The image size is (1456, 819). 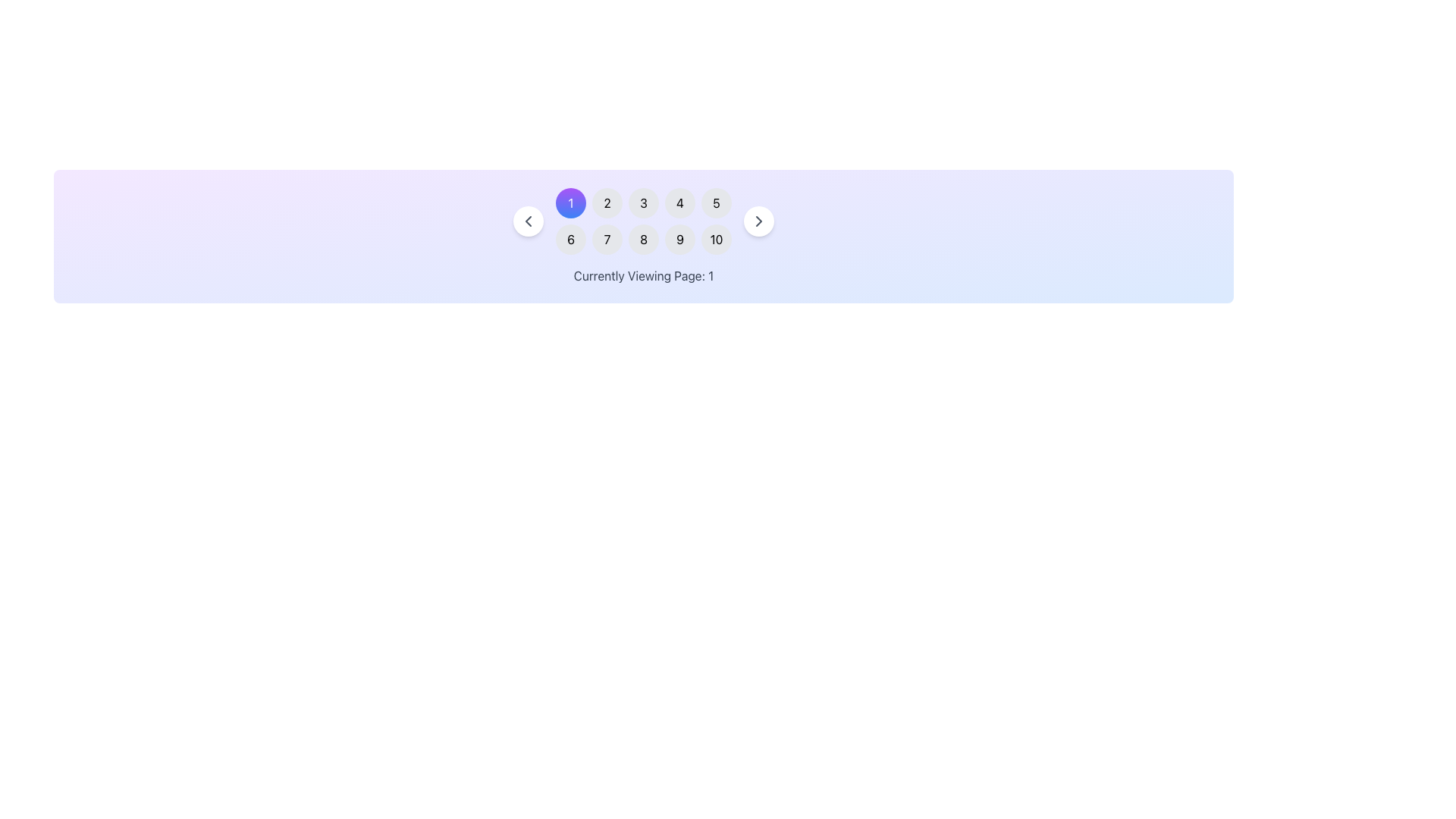 I want to click on the chevron icon located at the extreme right of the pagination control section, so click(x=759, y=221).